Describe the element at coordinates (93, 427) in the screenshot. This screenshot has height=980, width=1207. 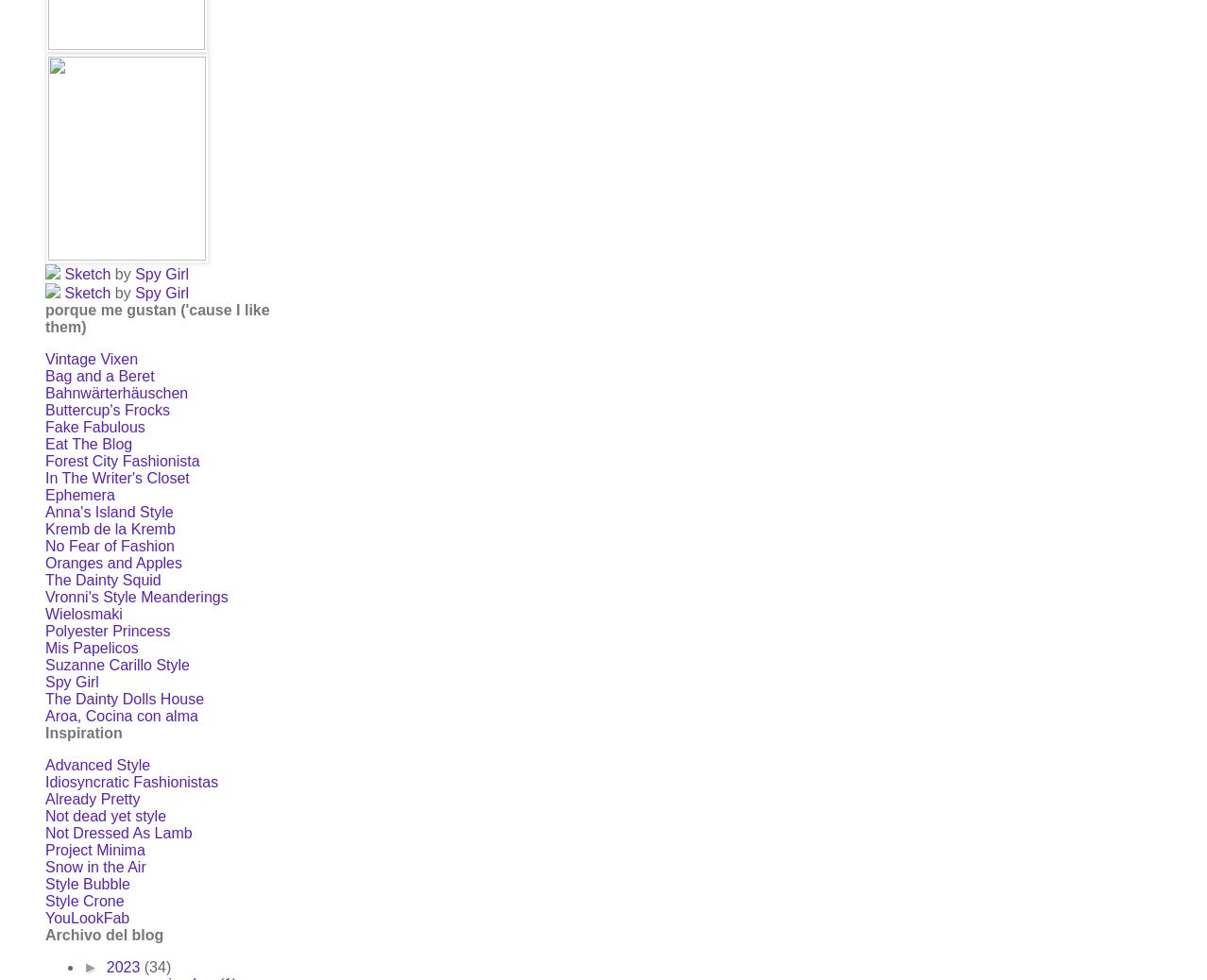
I see `'Fake Fabulous'` at that location.